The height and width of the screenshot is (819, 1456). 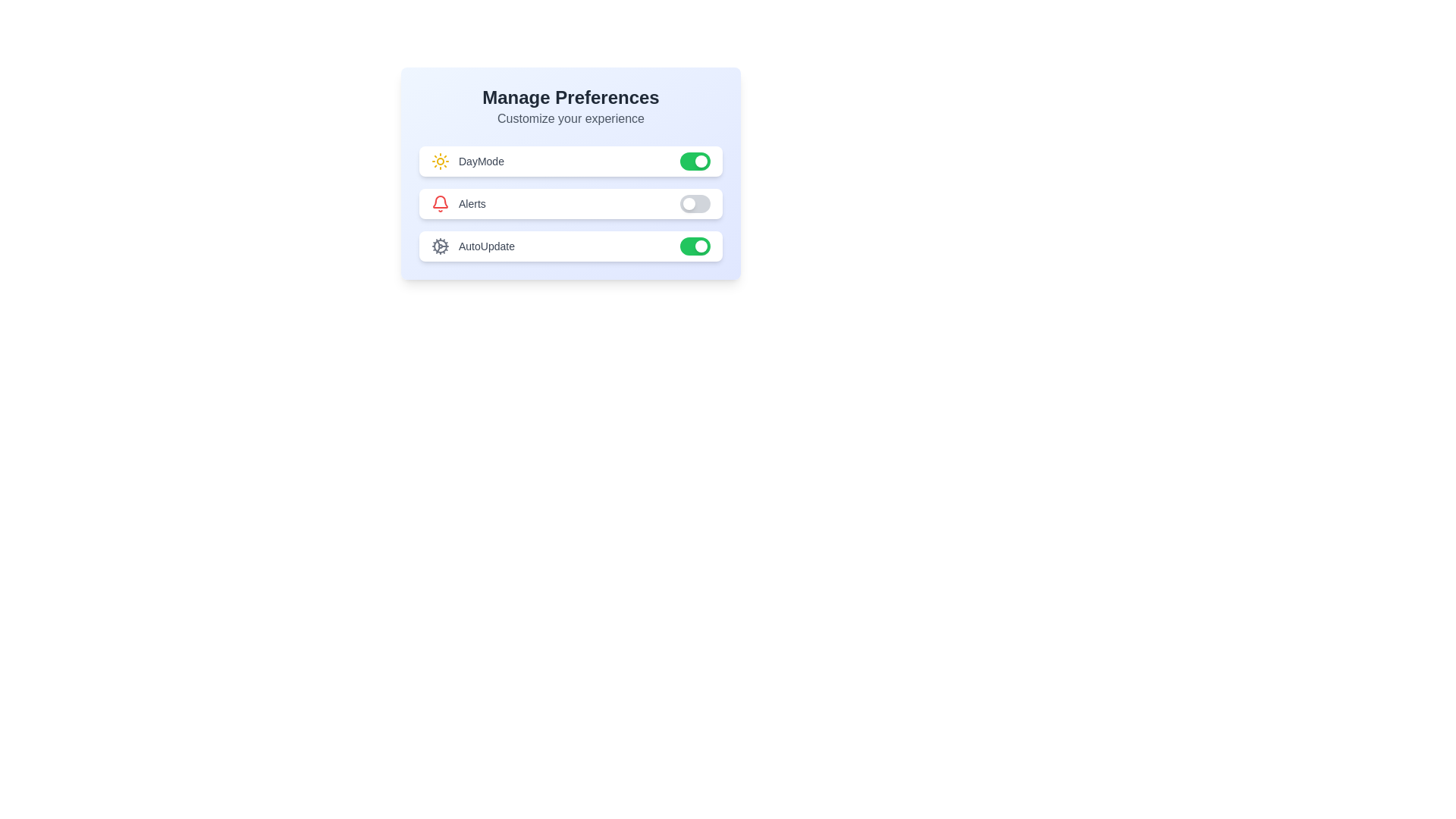 What do you see at coordinates (439, 161) in the screenshot?
I see `the sun-shaped icon located left of the 'DayMode' text in the Manage Preferences panel, which is the first item in the row` at bounding box center [439, 161].